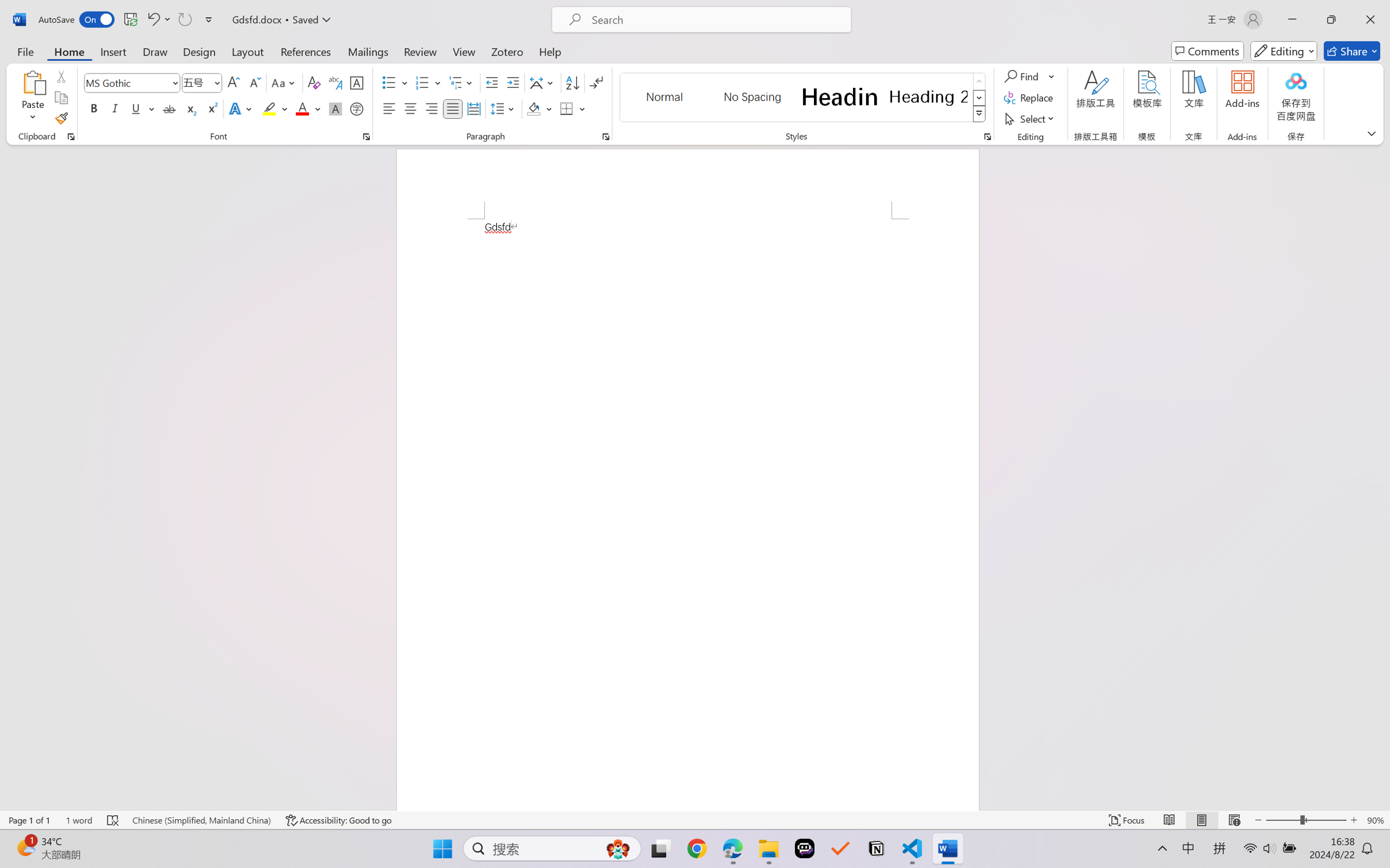  I want to click on 'Font Color Red', so click(303, 108).